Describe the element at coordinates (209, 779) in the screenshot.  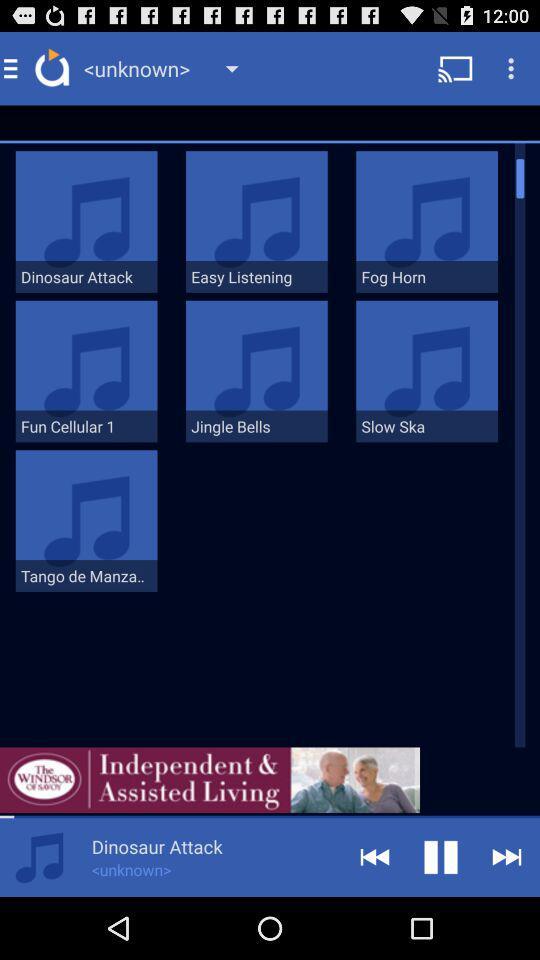
I see `open advertisement` at that location.